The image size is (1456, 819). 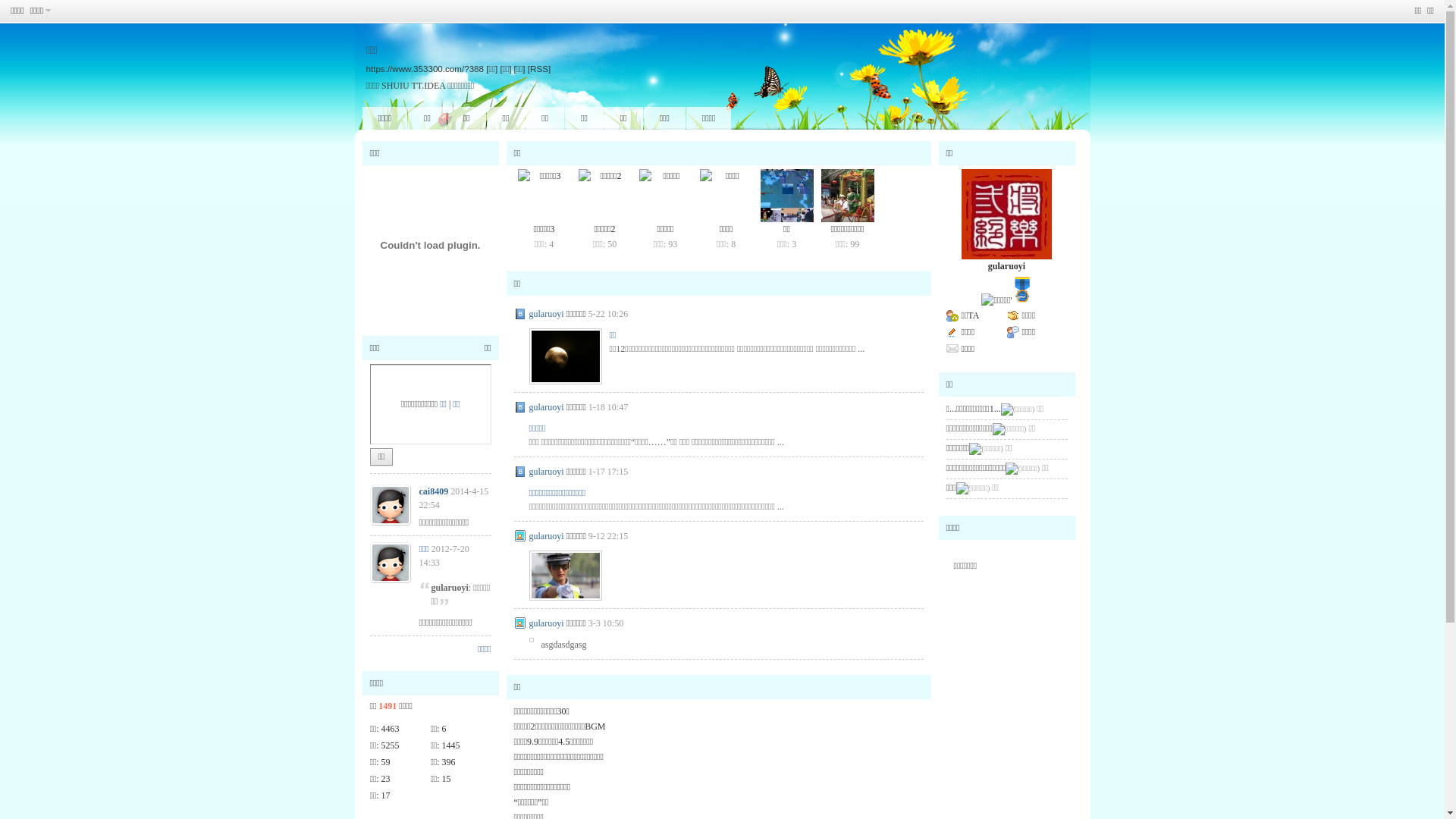 I want to click on '5255', so click(x=390, y=745).